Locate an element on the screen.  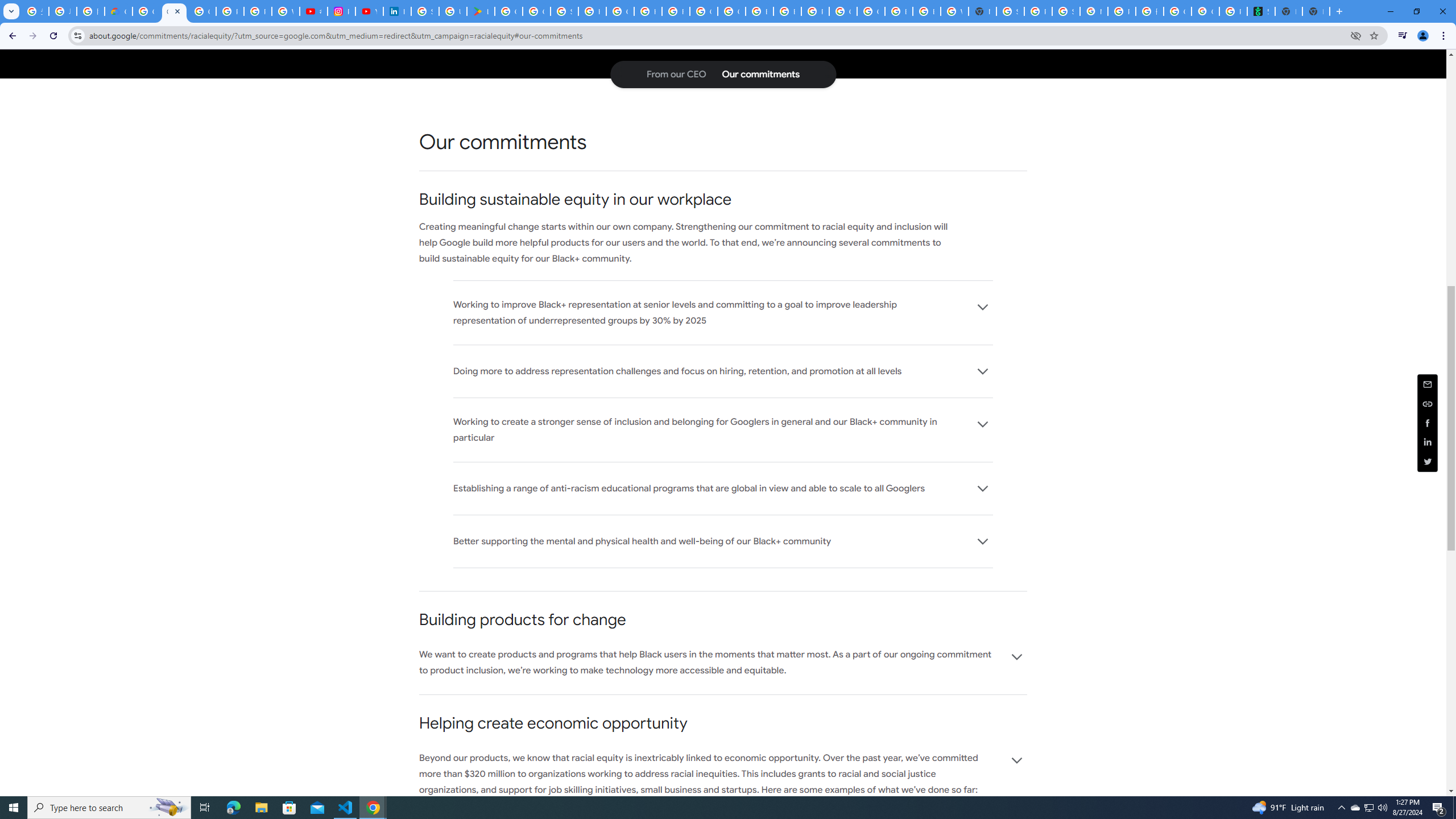
'YouTube Culture & Trends - On The Rise: Handcam Videos' is located at coordinates (369, 11).